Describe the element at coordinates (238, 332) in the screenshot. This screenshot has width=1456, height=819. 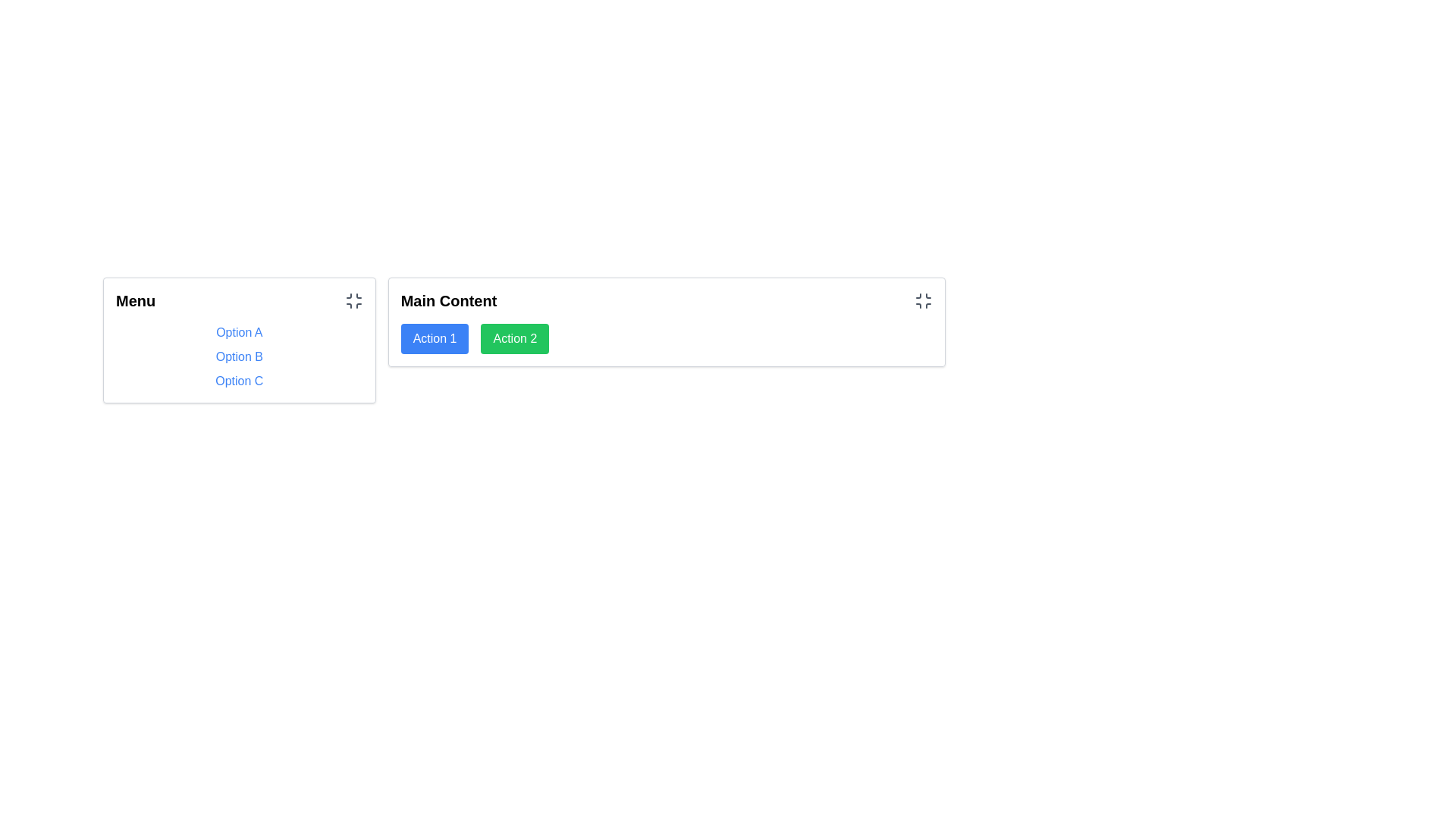
I see `the navigational link labeled 'Option A' located at the top of the vertical list in the 'Menu' on the left panel` at that location.